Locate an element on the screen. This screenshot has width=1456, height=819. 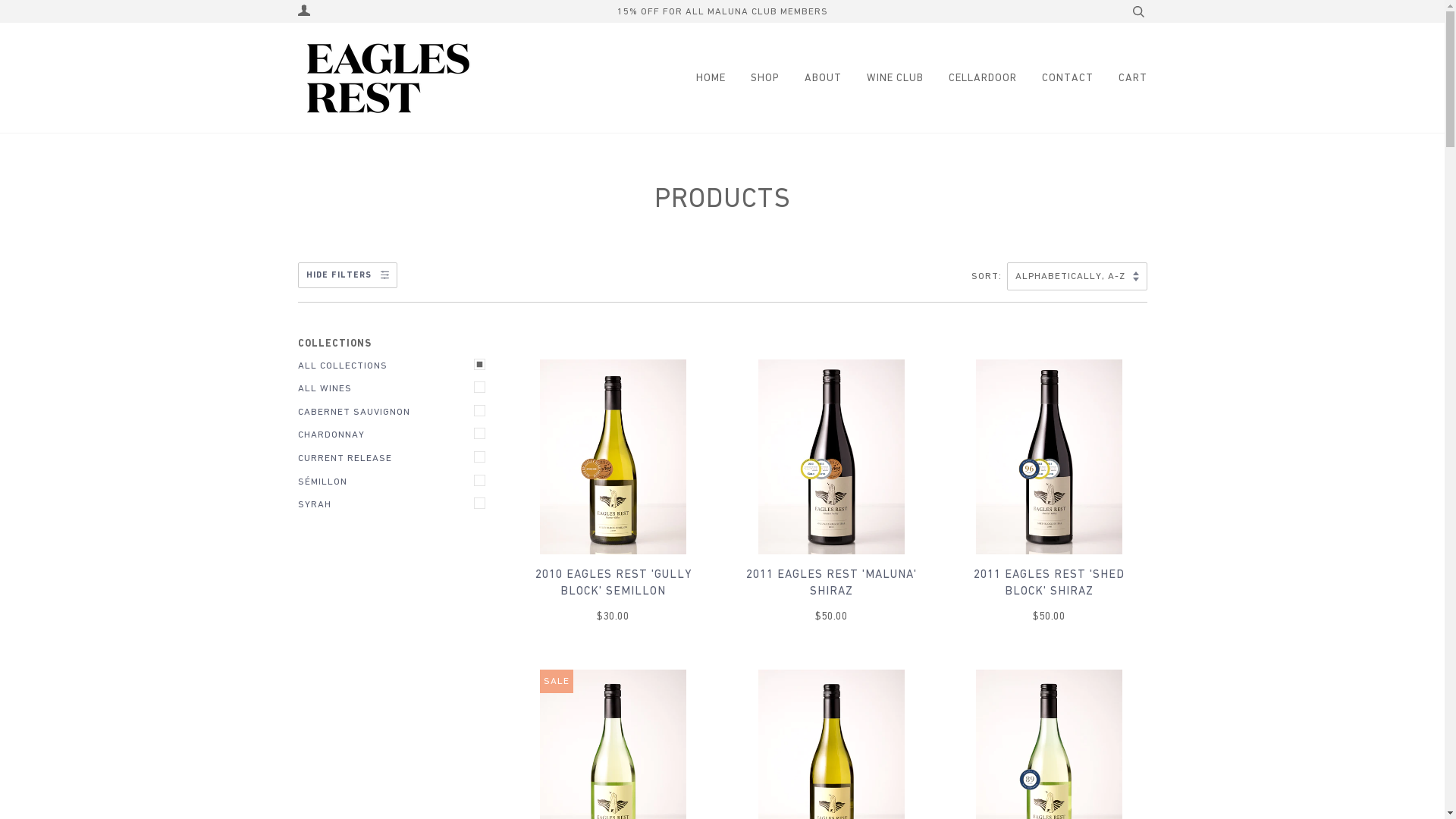
'ABOUT' is located at coordinates (810, 77).